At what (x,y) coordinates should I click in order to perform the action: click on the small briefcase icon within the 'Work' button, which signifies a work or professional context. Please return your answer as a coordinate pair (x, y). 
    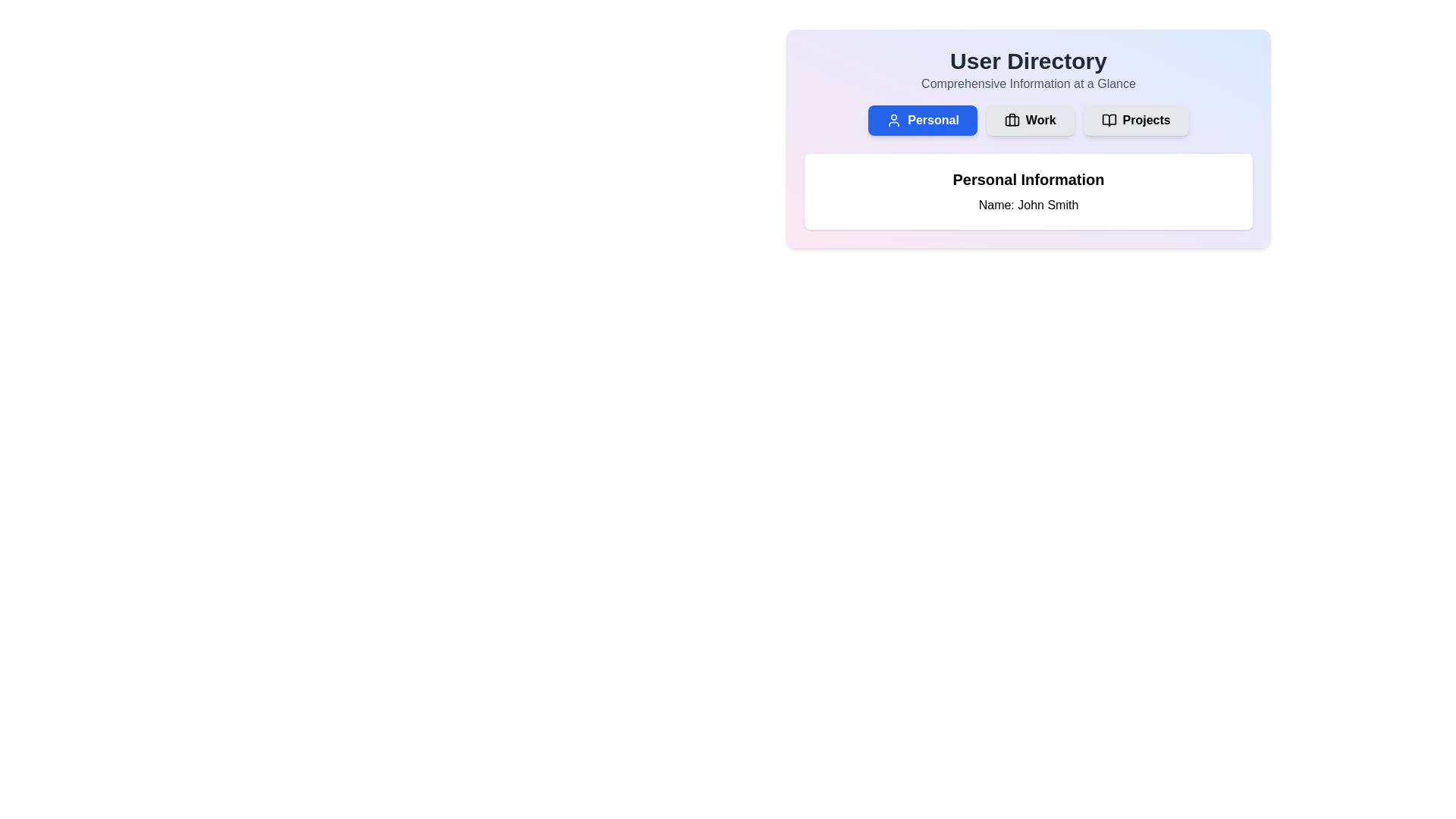
    Looking at the image, I should click on (1012, 119).